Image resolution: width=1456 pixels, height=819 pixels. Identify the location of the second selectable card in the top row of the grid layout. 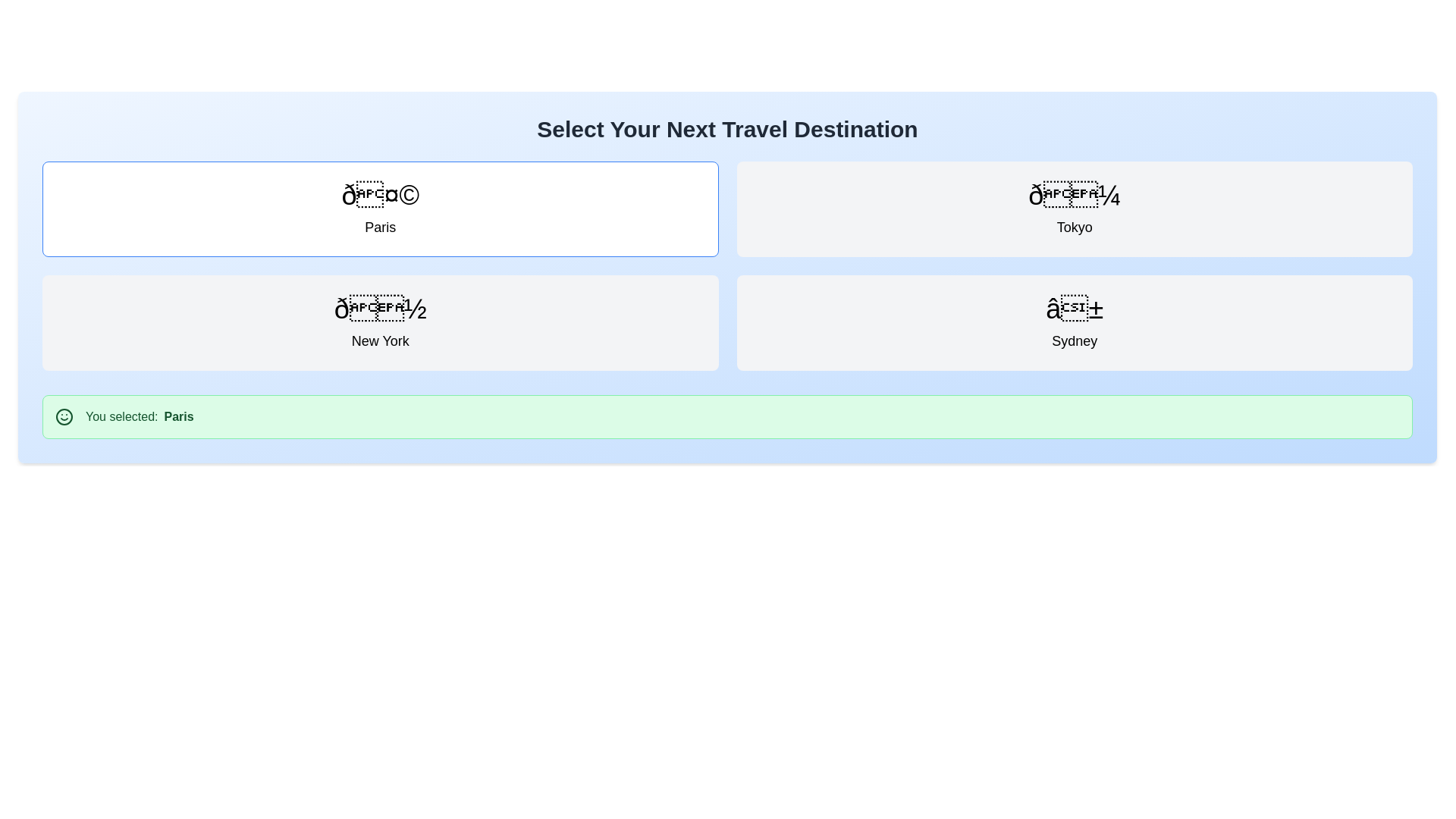
(1073, 209).